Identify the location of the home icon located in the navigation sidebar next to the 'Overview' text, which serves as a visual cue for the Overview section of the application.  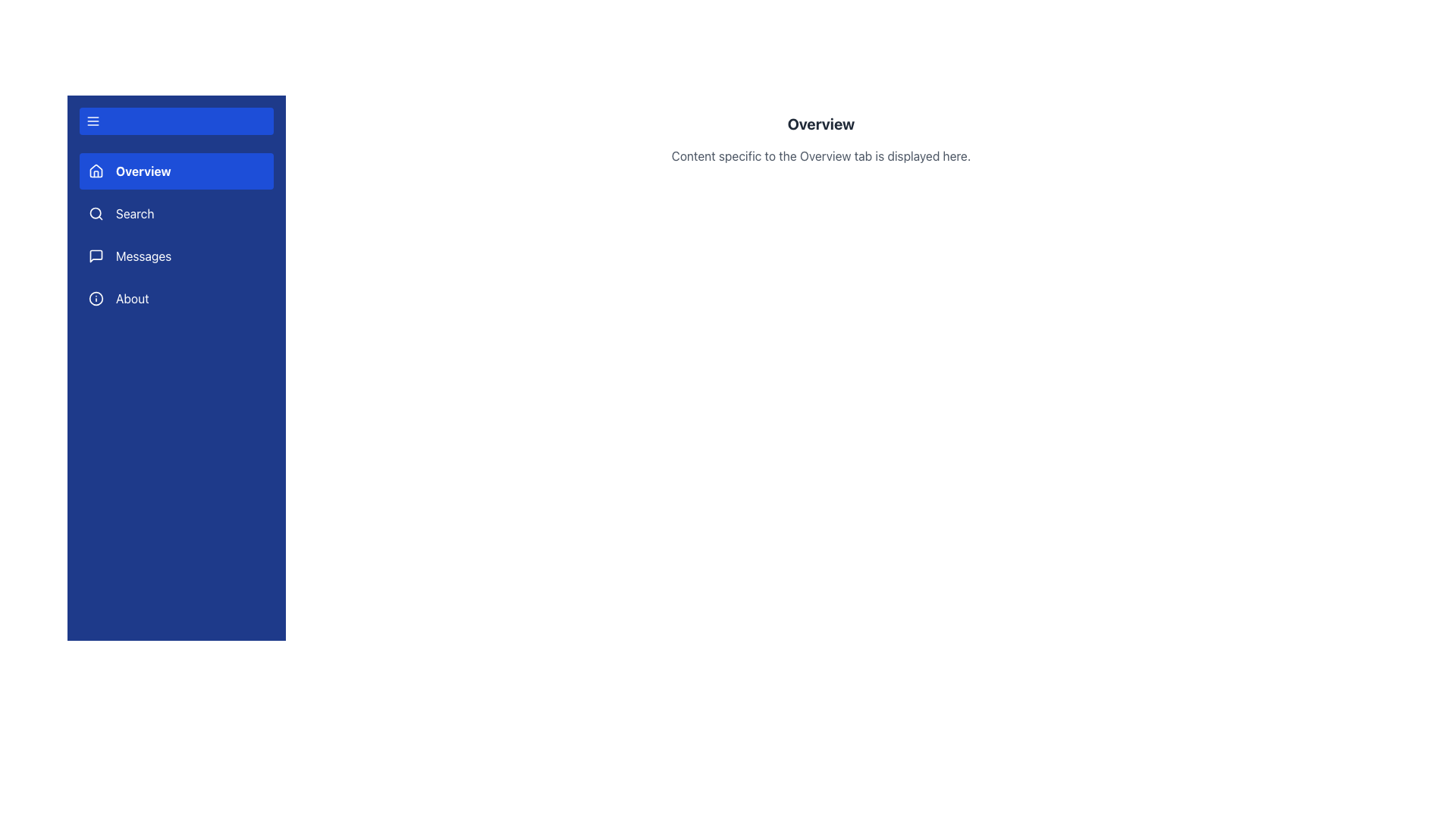
(95, 170).